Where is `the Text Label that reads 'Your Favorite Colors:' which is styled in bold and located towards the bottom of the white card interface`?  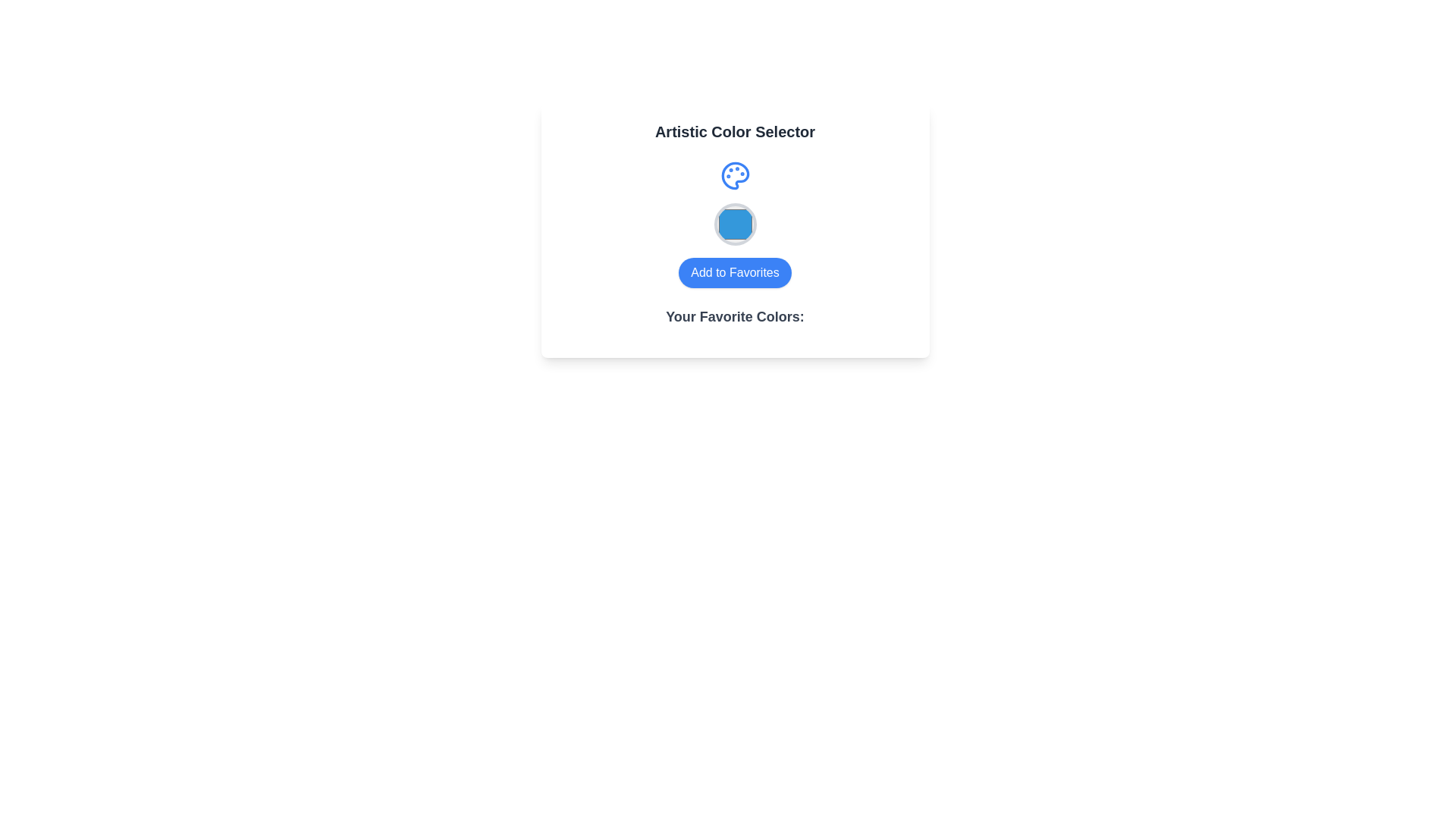
the Text Label that reads 'Your Favorite Colors:' which is styled in bold and located towards the bottom of the white card interface is located at coordinates (735, 315).